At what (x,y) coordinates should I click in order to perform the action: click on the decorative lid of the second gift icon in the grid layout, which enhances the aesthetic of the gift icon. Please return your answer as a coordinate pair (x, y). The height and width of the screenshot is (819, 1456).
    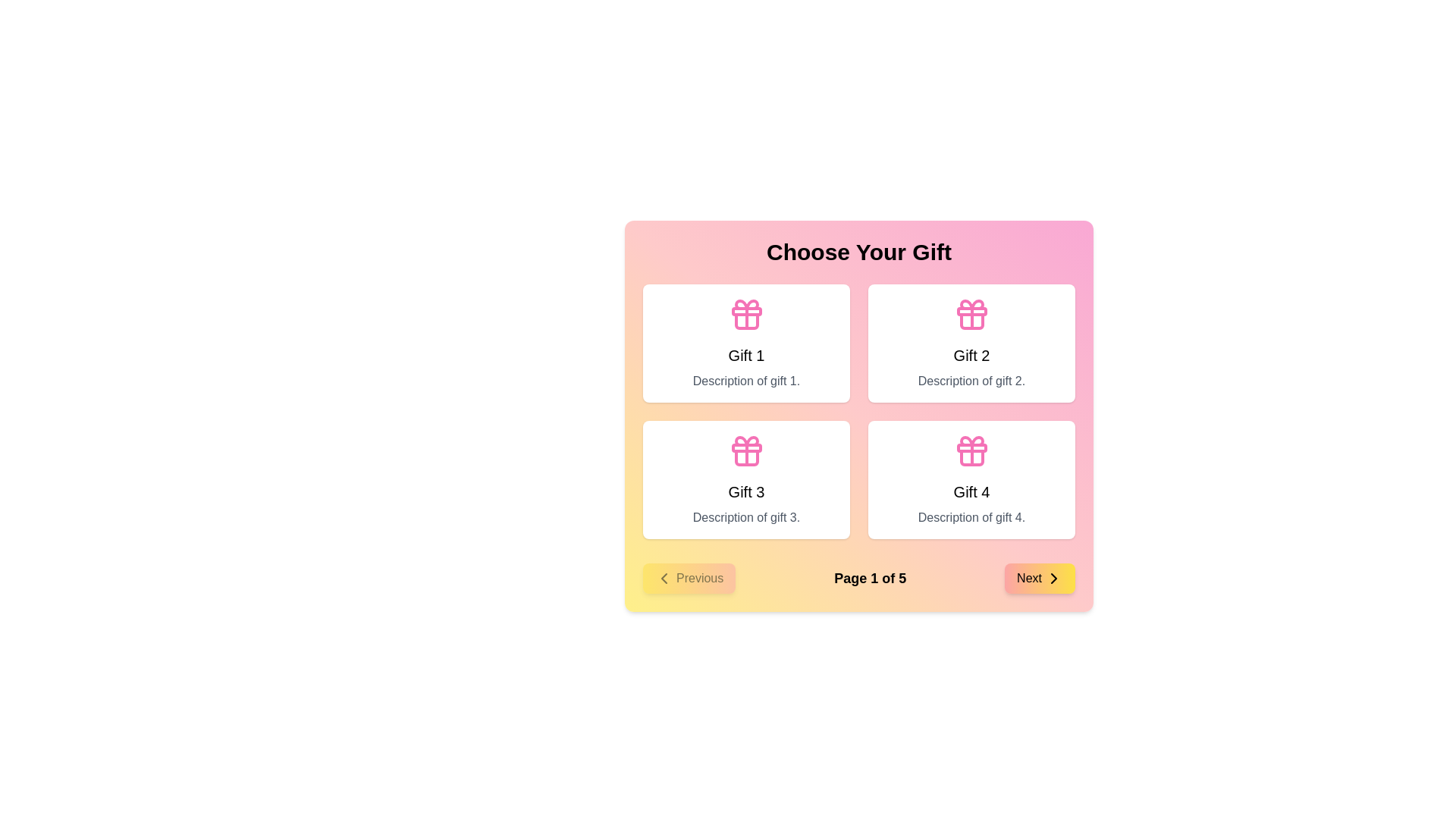
    Looking at the image, I should click on (971, 311).